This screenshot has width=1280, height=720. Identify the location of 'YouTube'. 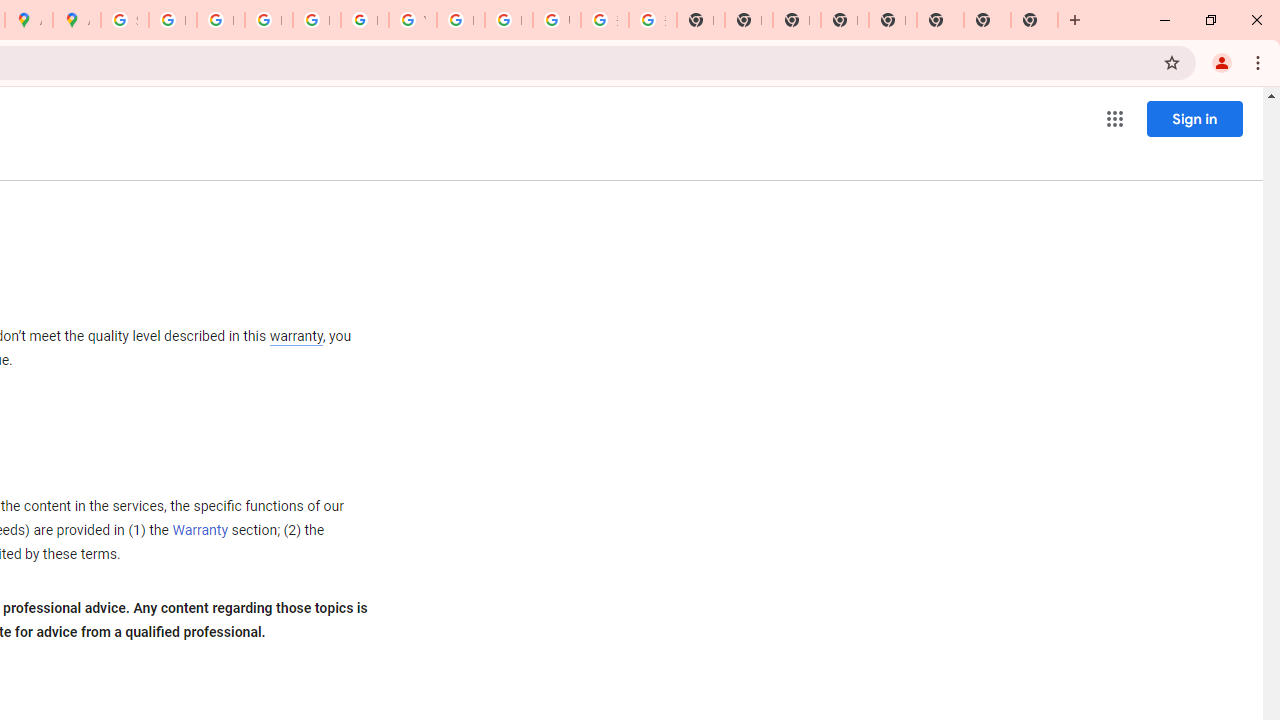
(411, 20).